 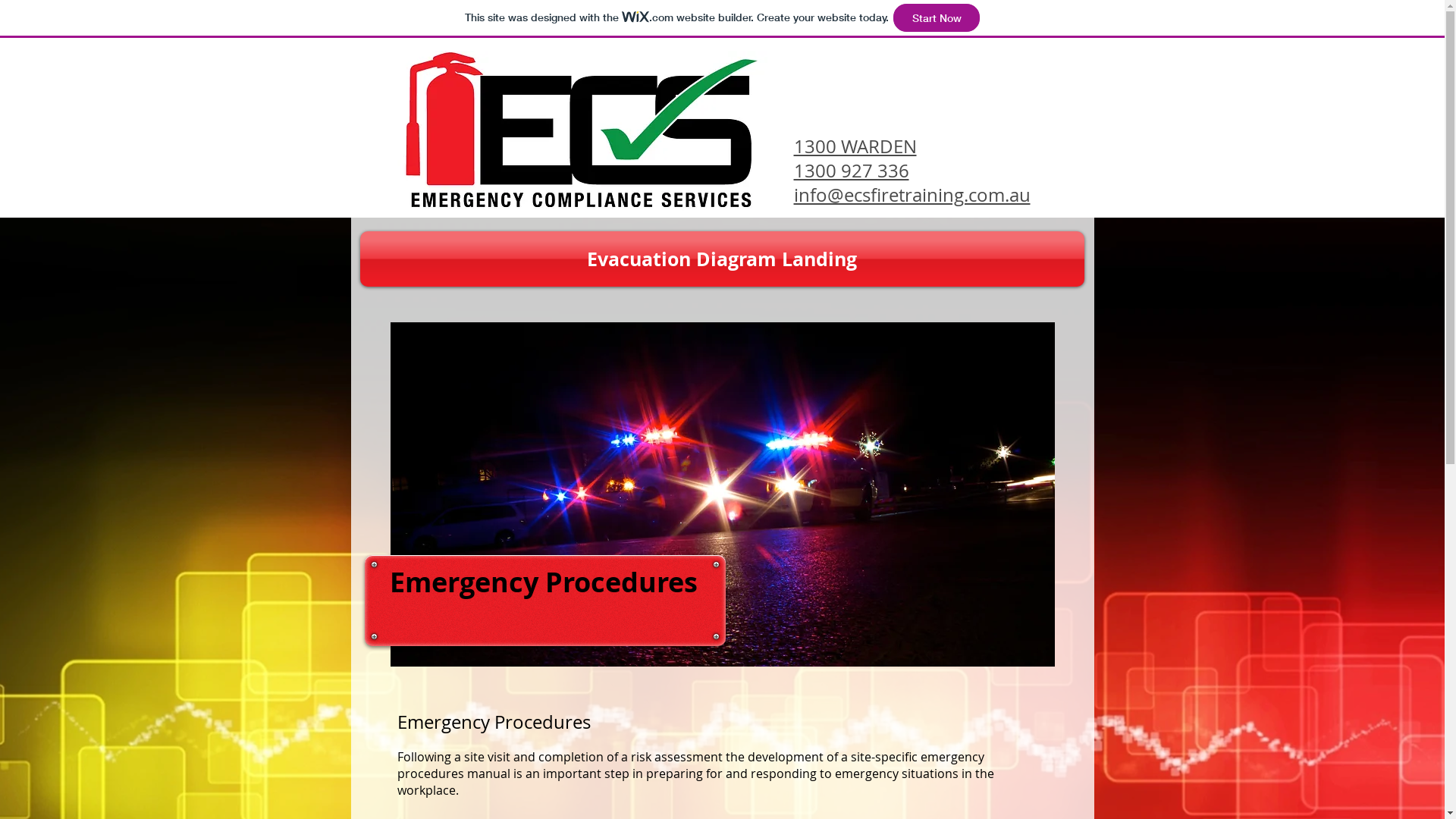 What do you see at coordinates (855, 146) in the screenshot?
I see `'1300 WARDEN'` at bounding box center [855, 146].